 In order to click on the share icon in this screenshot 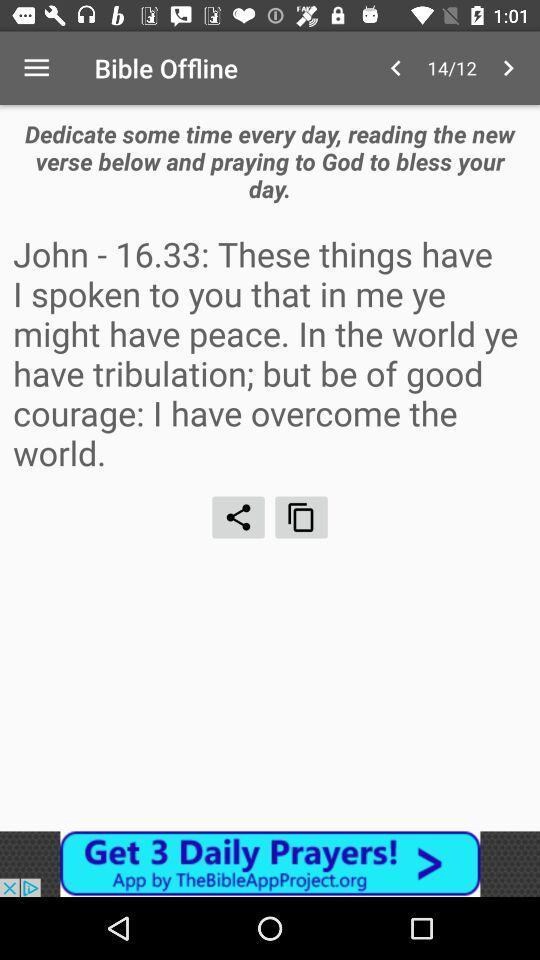, I will do `click(238, 516)`.